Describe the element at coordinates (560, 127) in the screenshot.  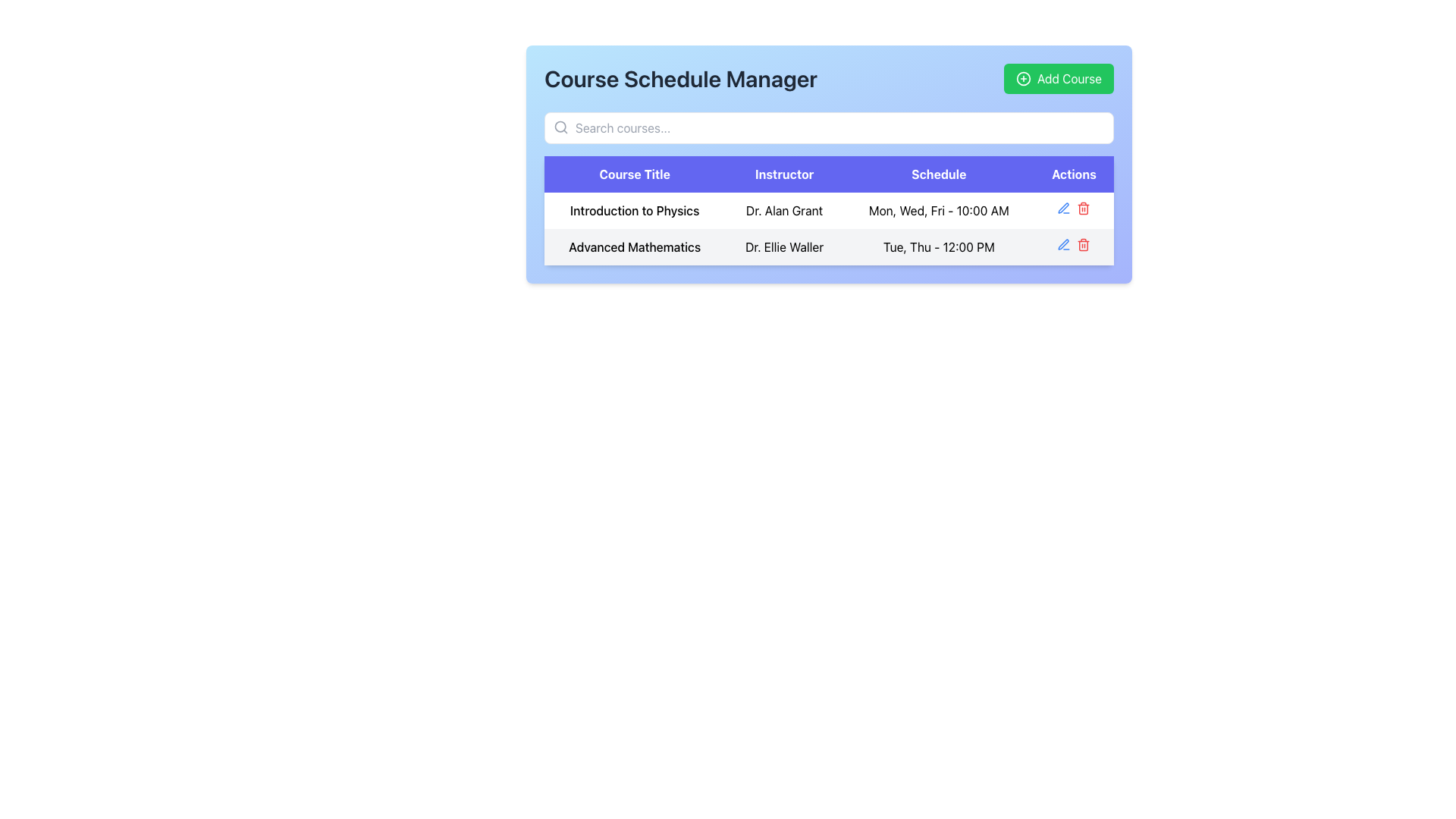
I see `the magnifying glass icon representing the search action, located on the left side of the text input field for the Course Schedule Manager` at that location.